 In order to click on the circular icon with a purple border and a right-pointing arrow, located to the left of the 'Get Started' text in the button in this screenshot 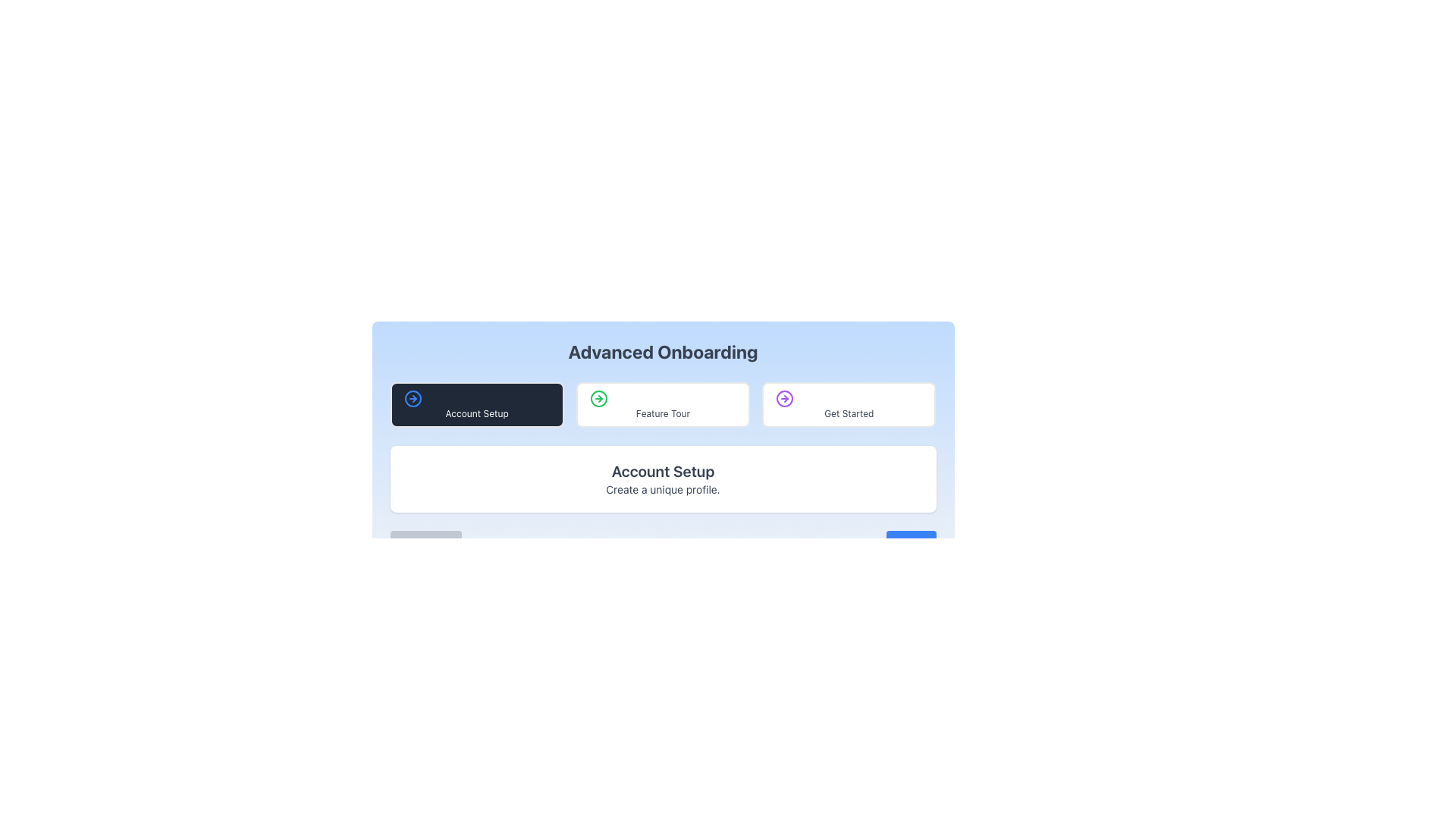, I will do `click(785, 397)`.